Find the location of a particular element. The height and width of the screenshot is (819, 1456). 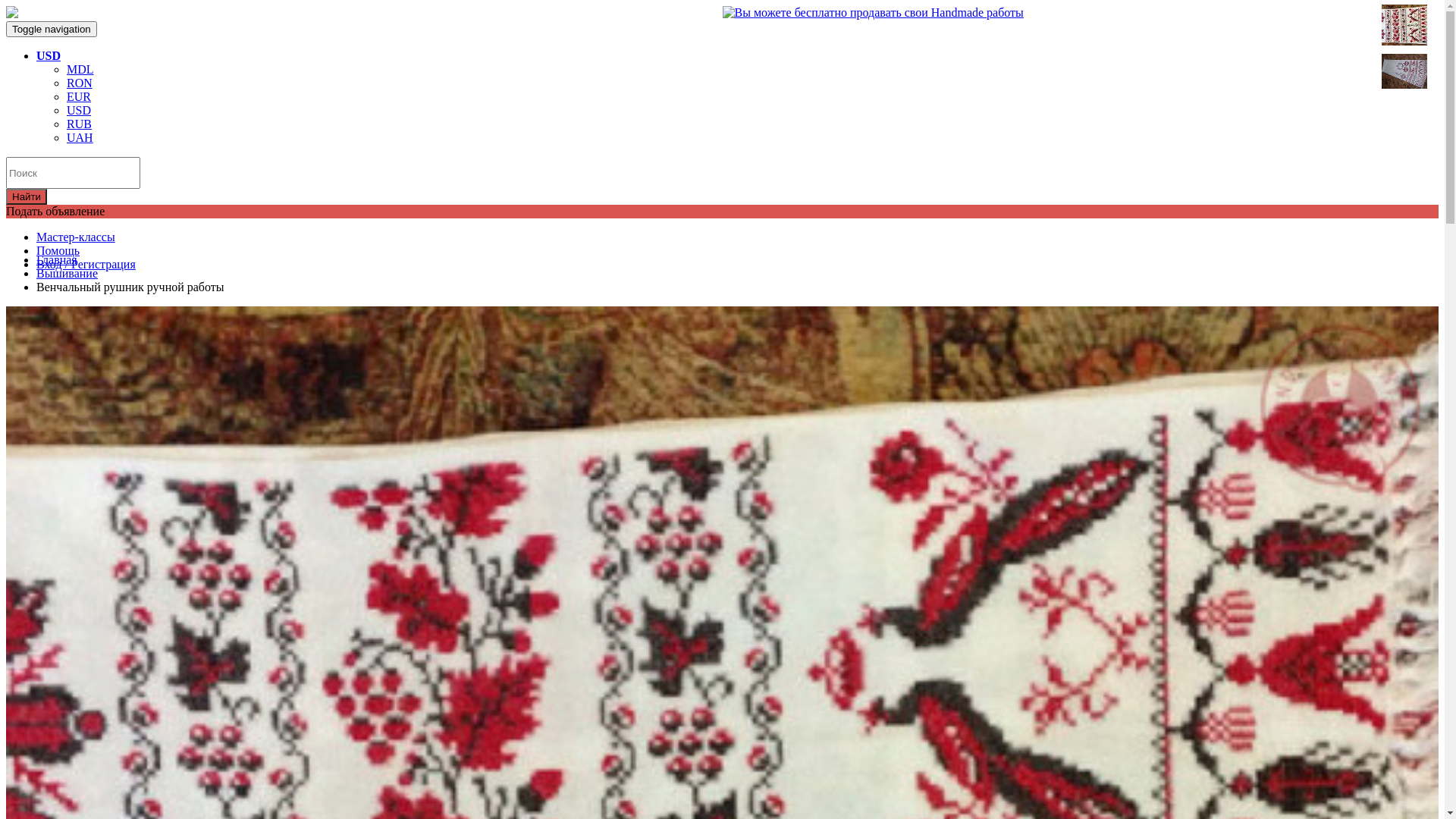

'USD' is located at coordinates (48, 55).